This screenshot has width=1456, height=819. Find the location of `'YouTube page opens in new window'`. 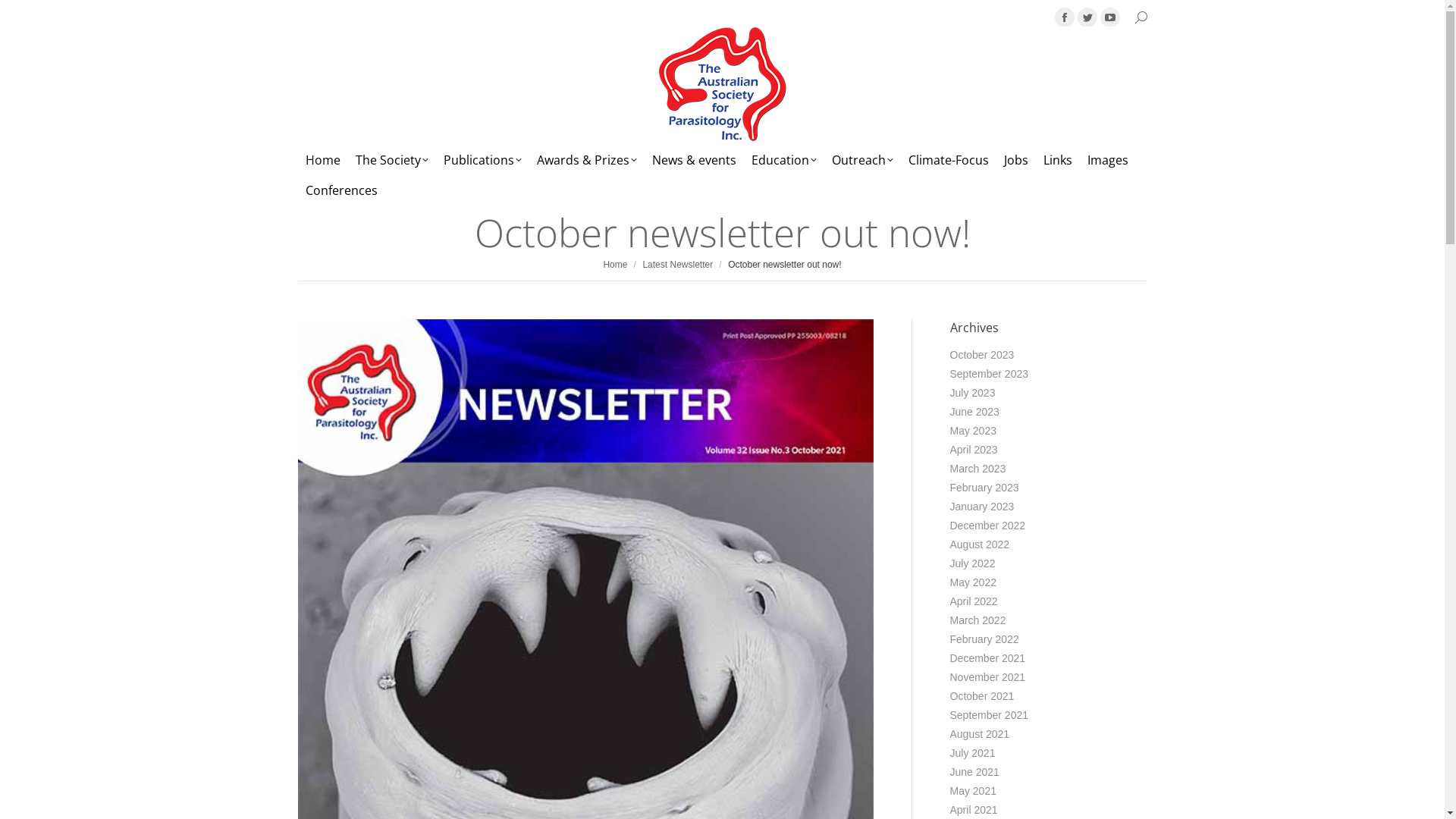

'YouTube page opens in new window' is located at coordinates (1109, 17).